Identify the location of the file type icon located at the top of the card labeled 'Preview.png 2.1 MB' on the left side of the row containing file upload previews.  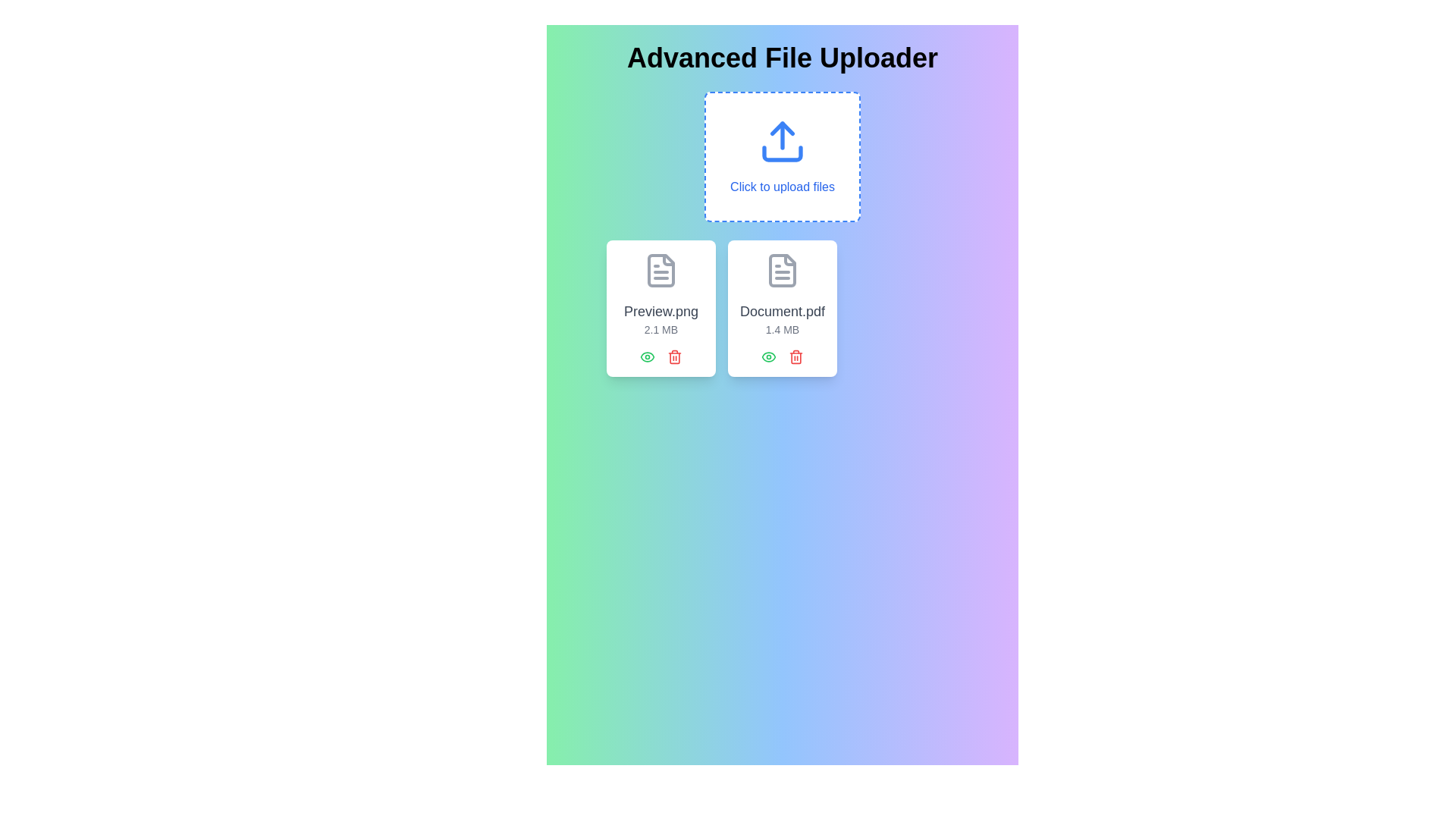
(661, 270).